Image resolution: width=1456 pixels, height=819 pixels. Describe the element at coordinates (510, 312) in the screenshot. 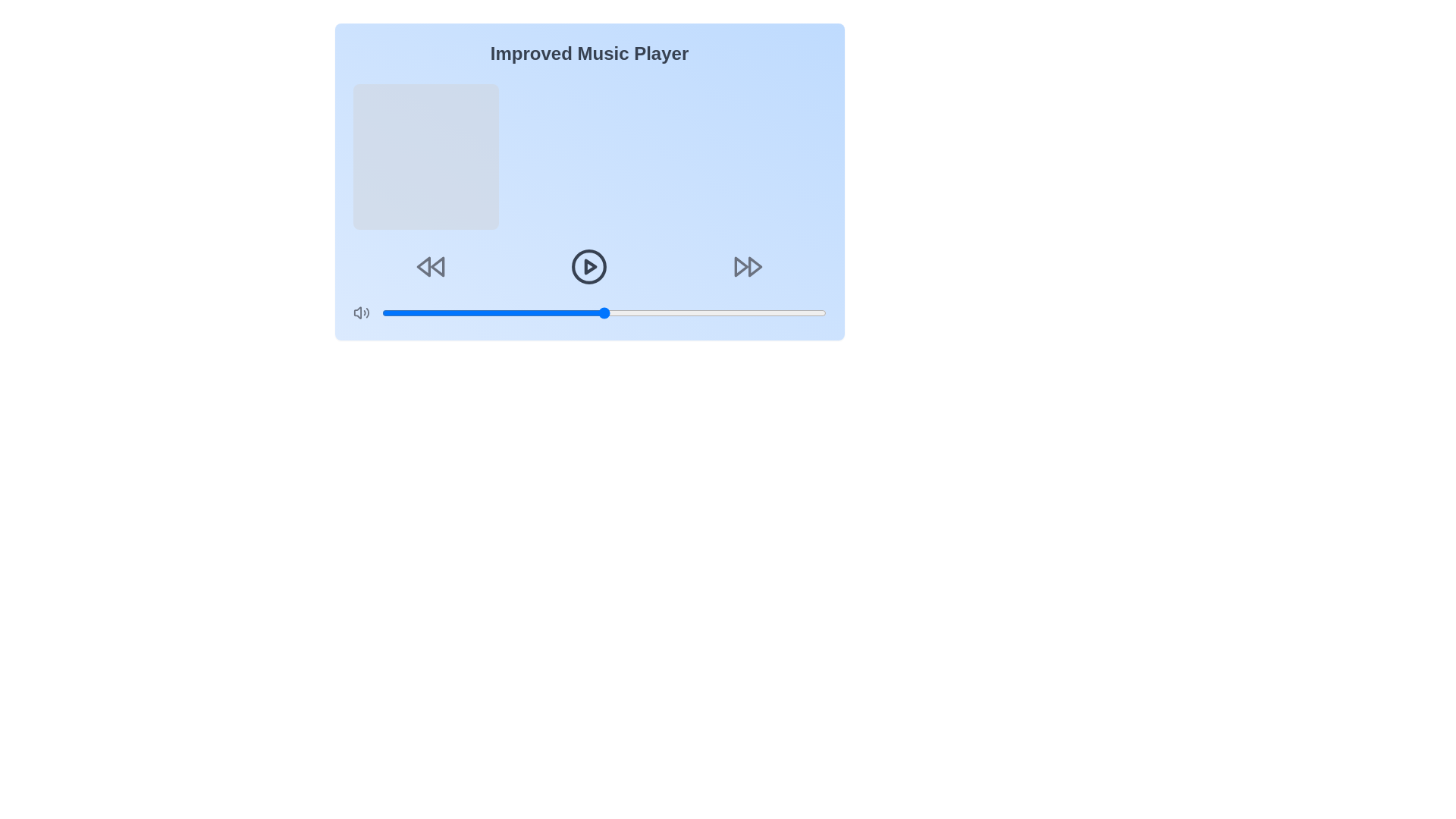

I see `the volume` at that location.